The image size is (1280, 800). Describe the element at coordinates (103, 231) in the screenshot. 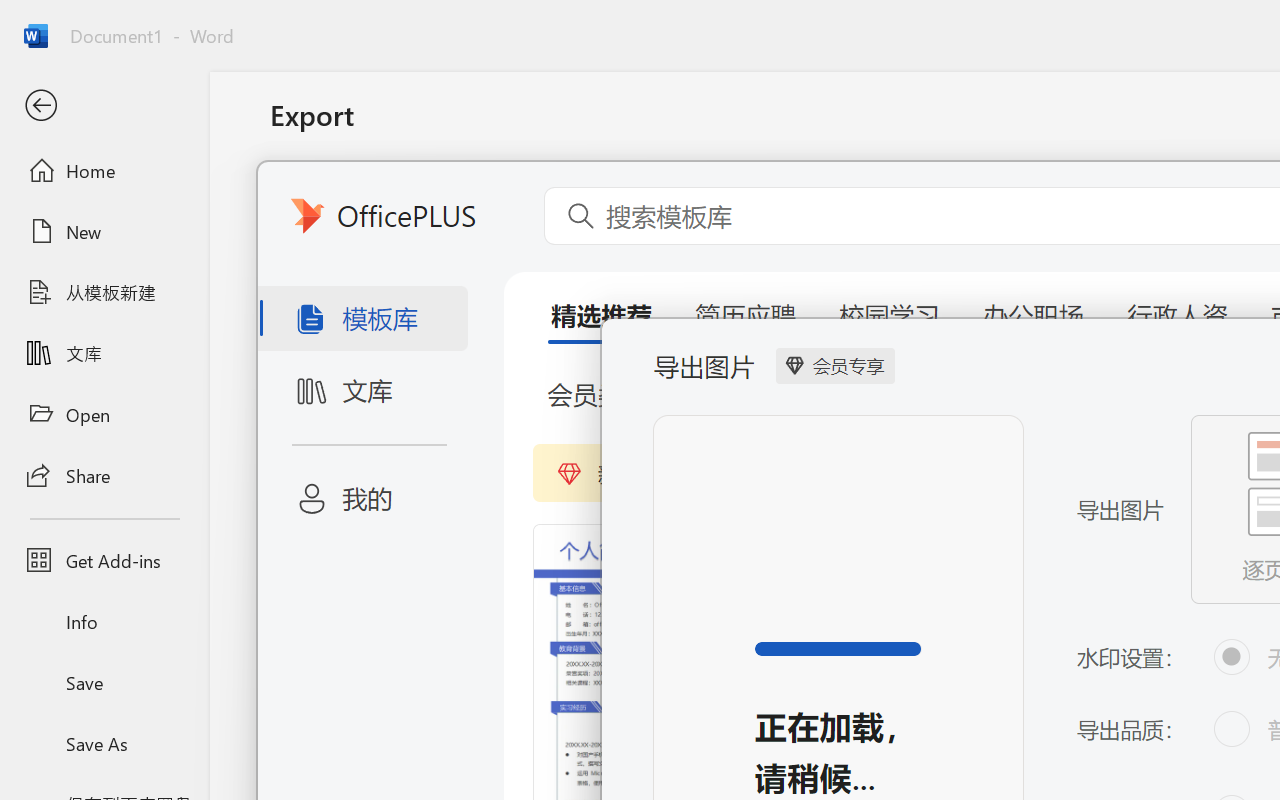

I see `'New'` at that location.